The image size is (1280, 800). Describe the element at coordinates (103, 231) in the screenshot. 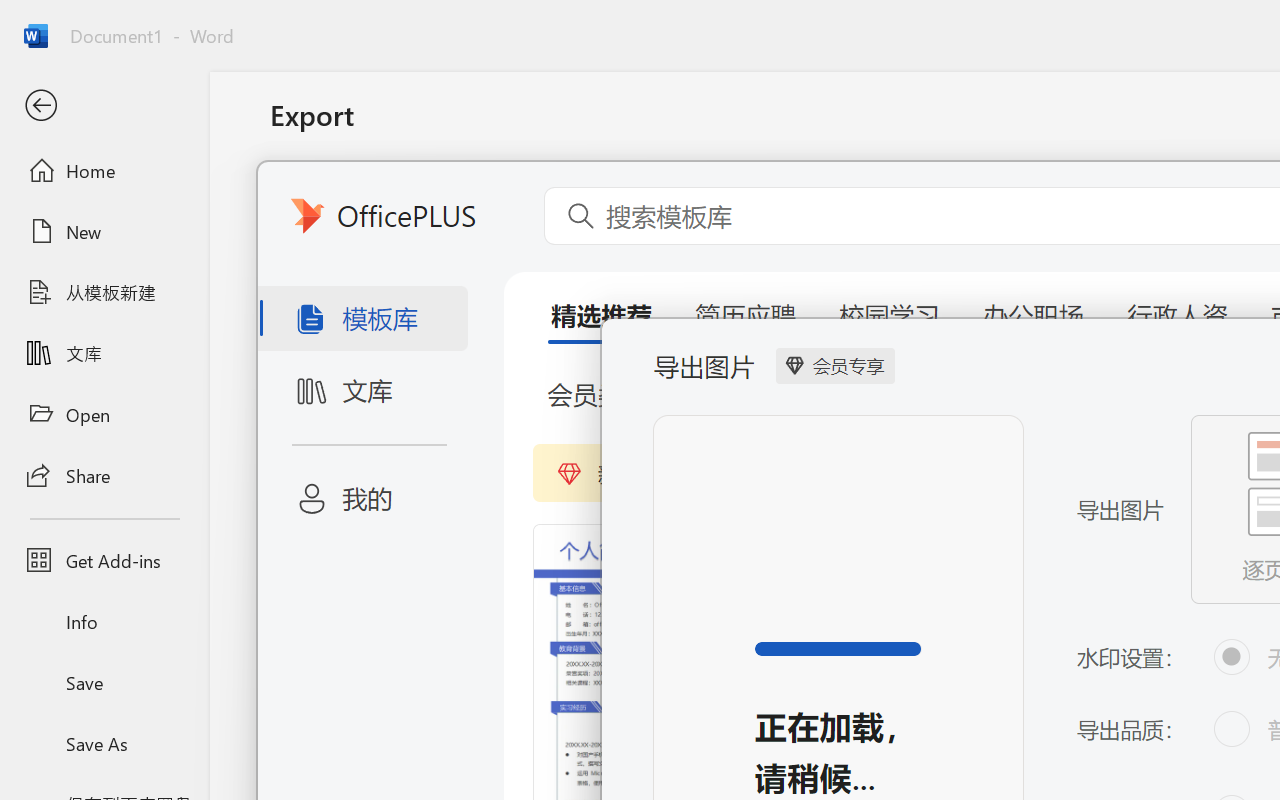

I see `'New'` at that location.